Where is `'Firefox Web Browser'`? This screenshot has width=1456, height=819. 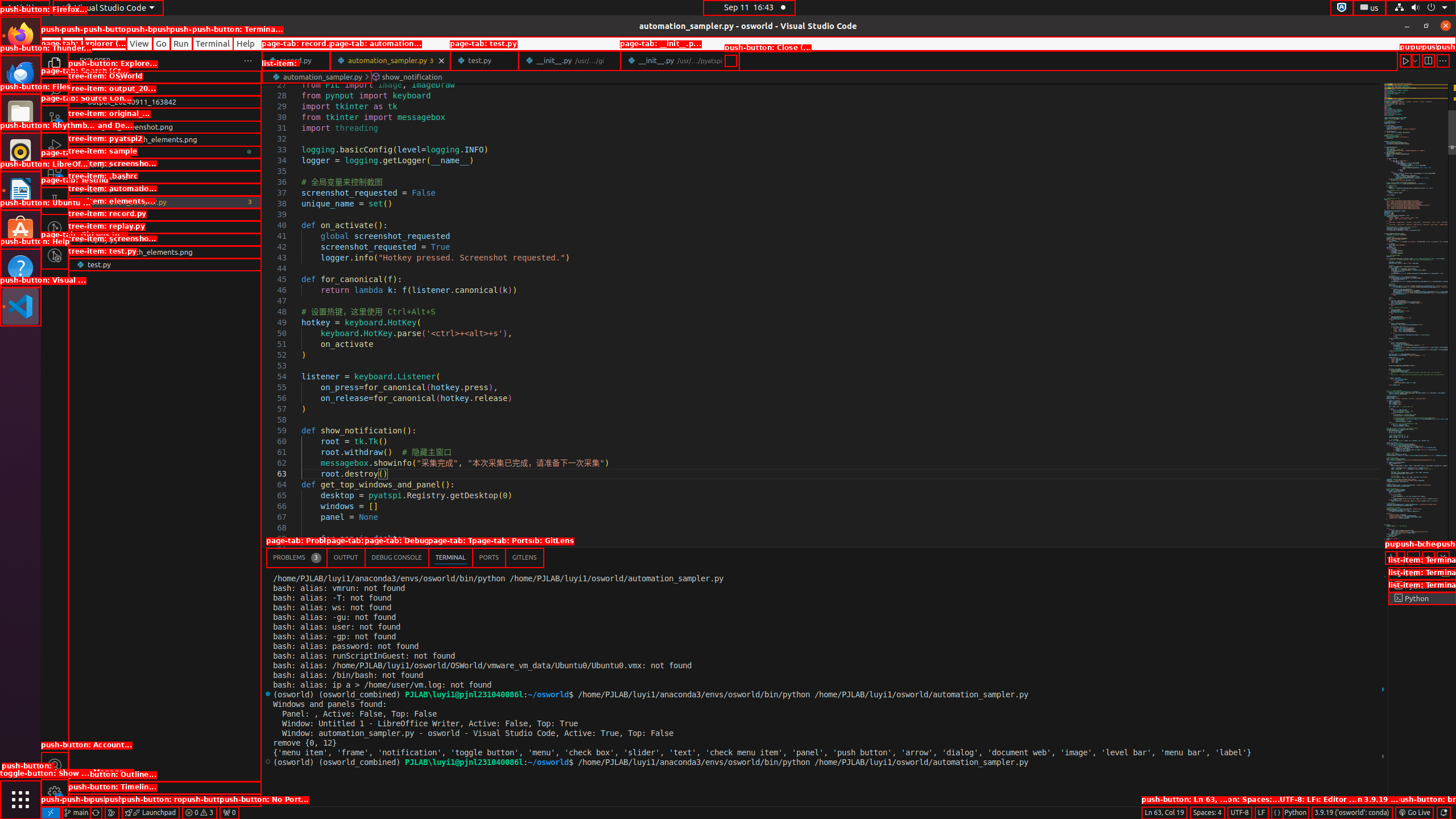
'Firefox Web Browser' is located at coordinates (20, 35).